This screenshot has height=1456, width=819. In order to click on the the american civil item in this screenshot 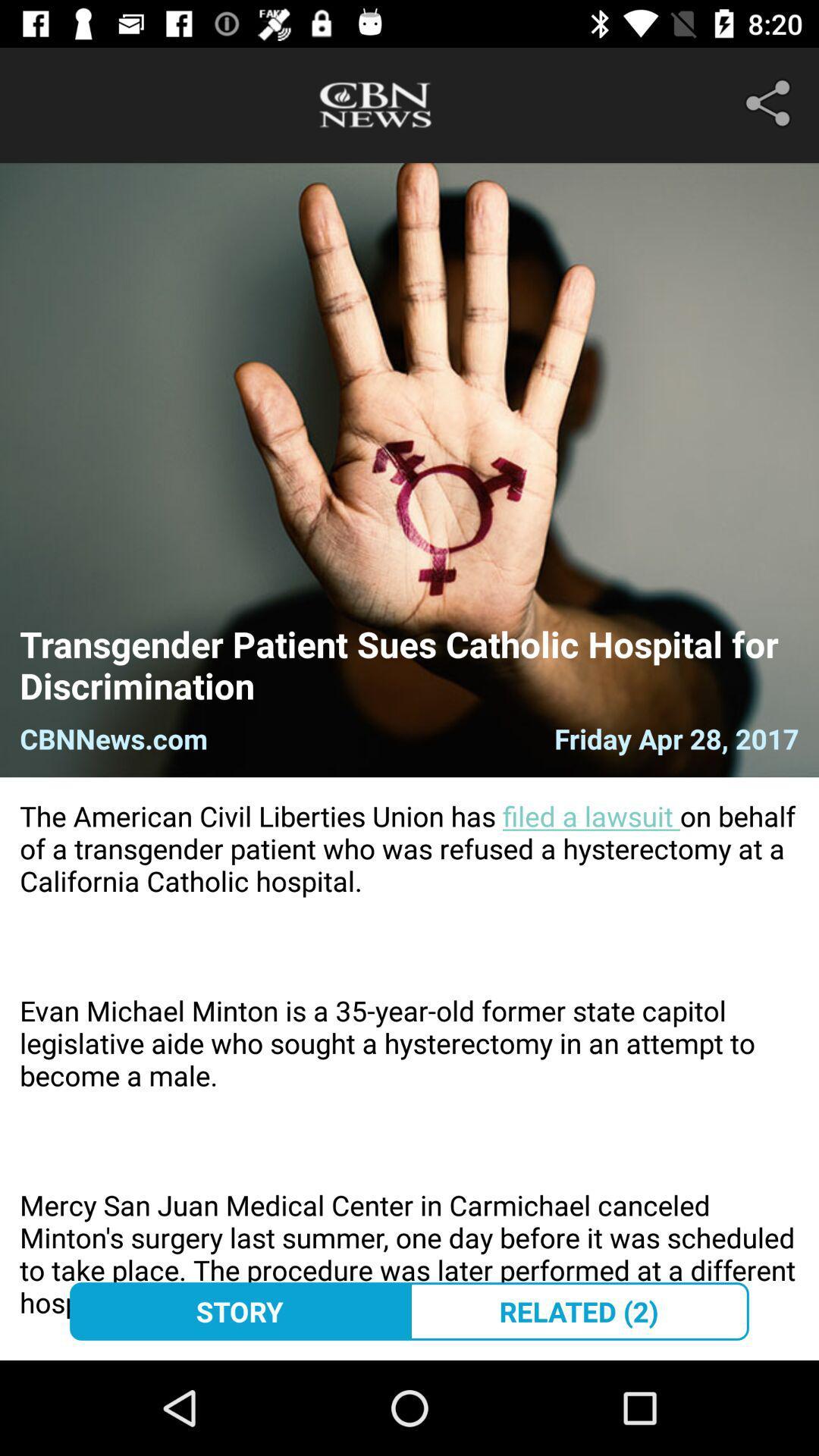, I will do `click(409, 1068)`.